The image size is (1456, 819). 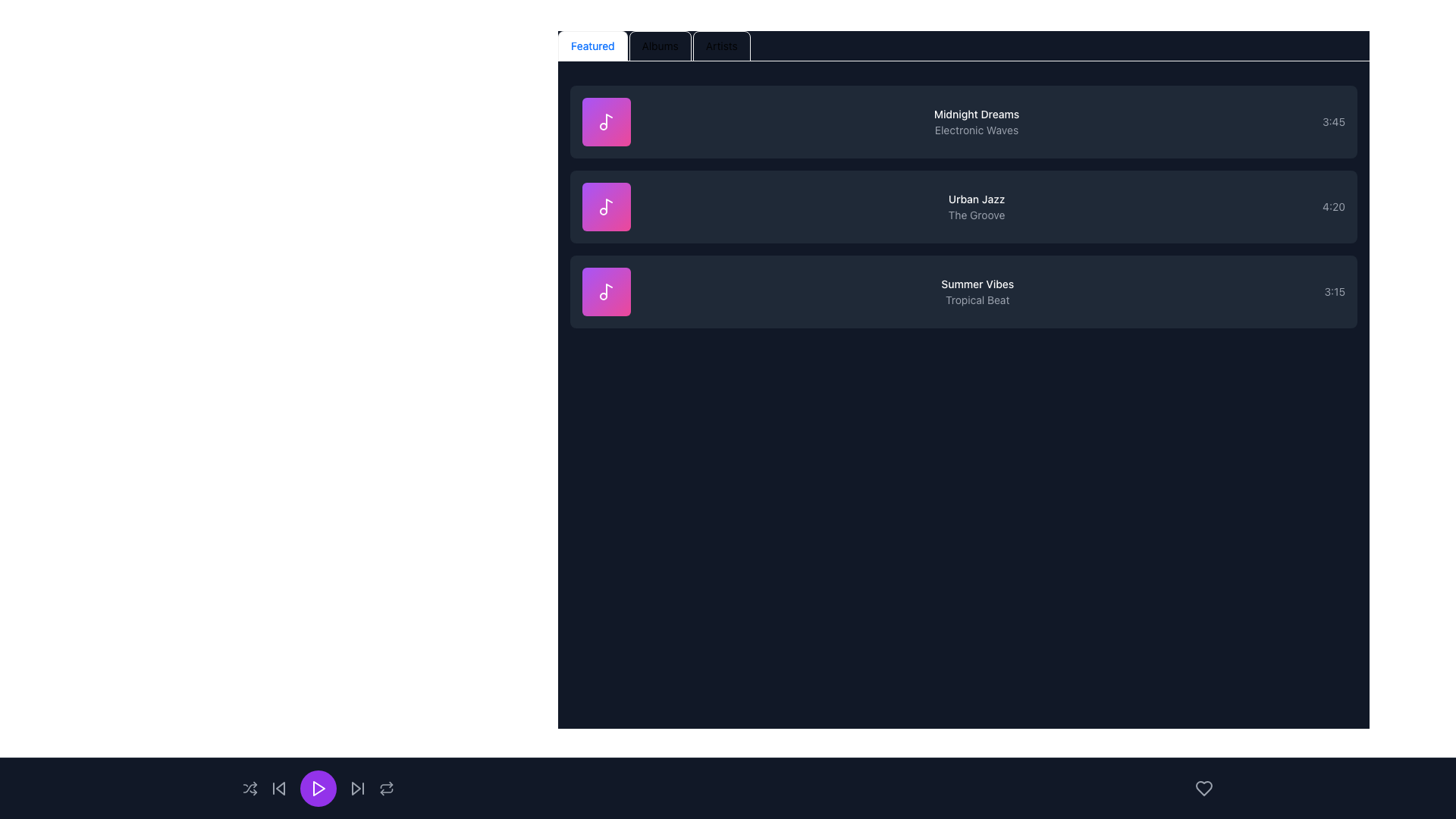 What do you see at coordinates (977, 215) in the screenshot?
I see `the genre or label of the text element reading 'The Groove', which is a smaller gray text label located under the 'Urban Jazz' title, positioned` at bounding box center [977, 215].